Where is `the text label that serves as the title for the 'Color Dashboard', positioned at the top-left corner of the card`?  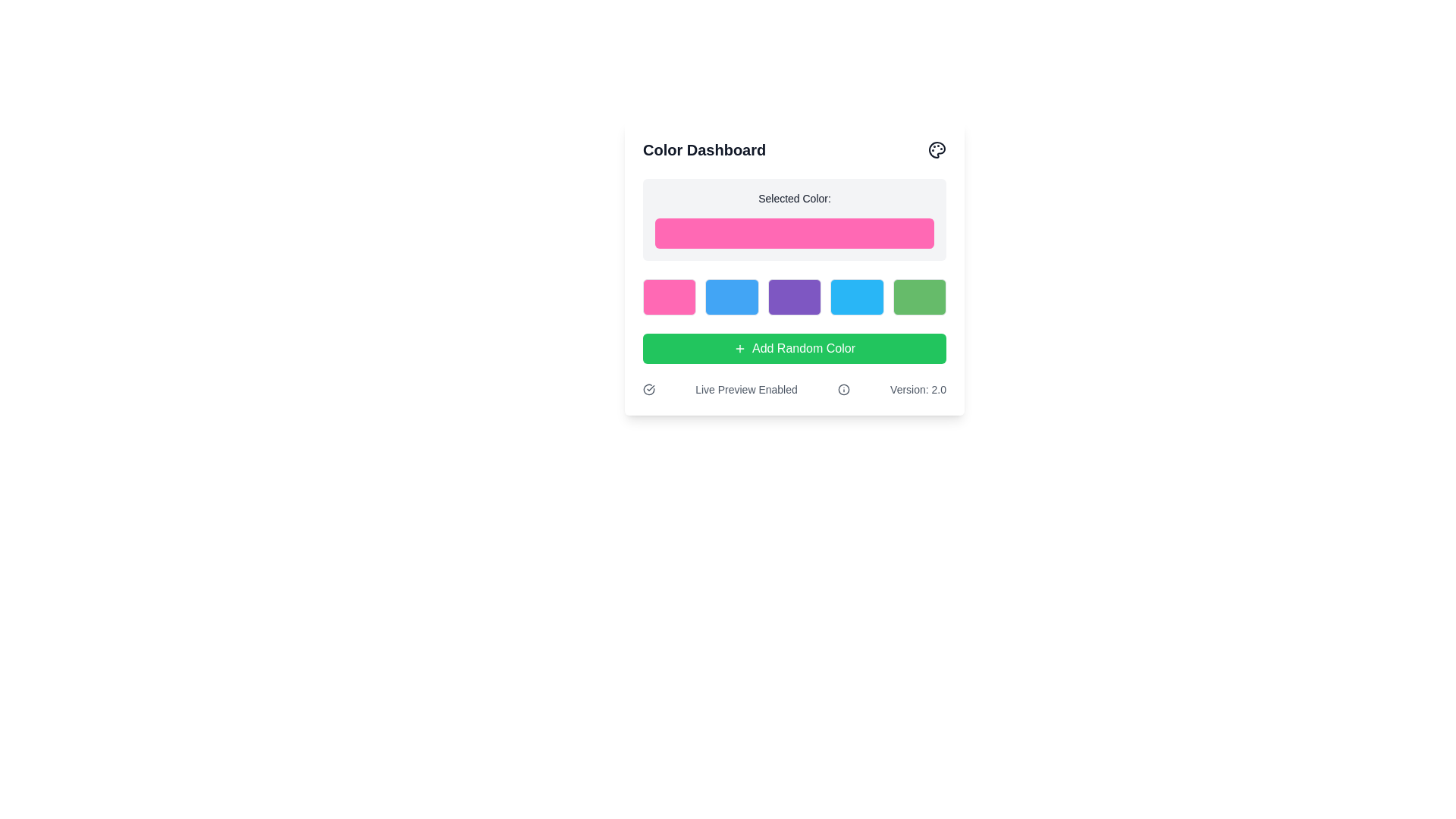 the text label that serves as the title for the 'Color Dashboard', positioned at the top-left corner of the card is located at coordinates (704, 149).